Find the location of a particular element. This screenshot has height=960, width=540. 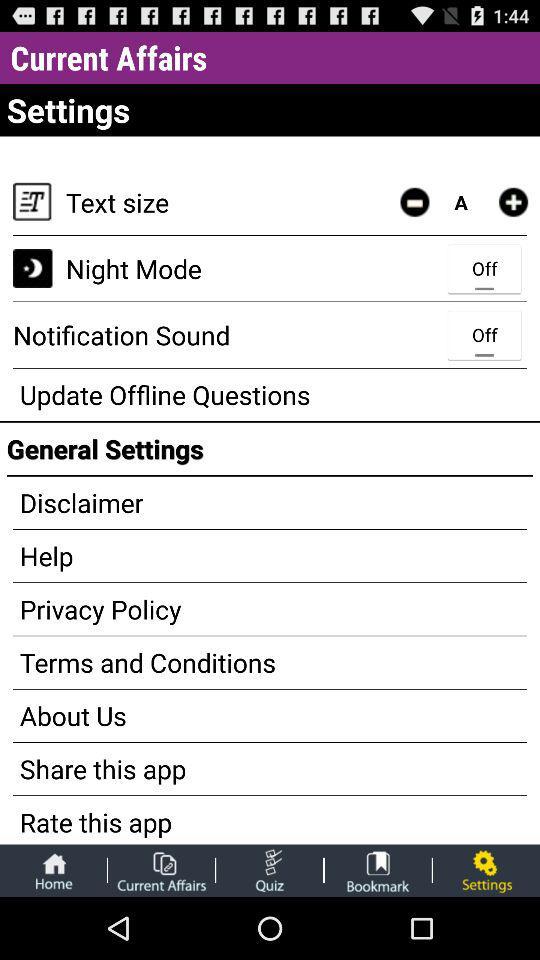

the app to the left of the a is located at coordinates (413, 202).